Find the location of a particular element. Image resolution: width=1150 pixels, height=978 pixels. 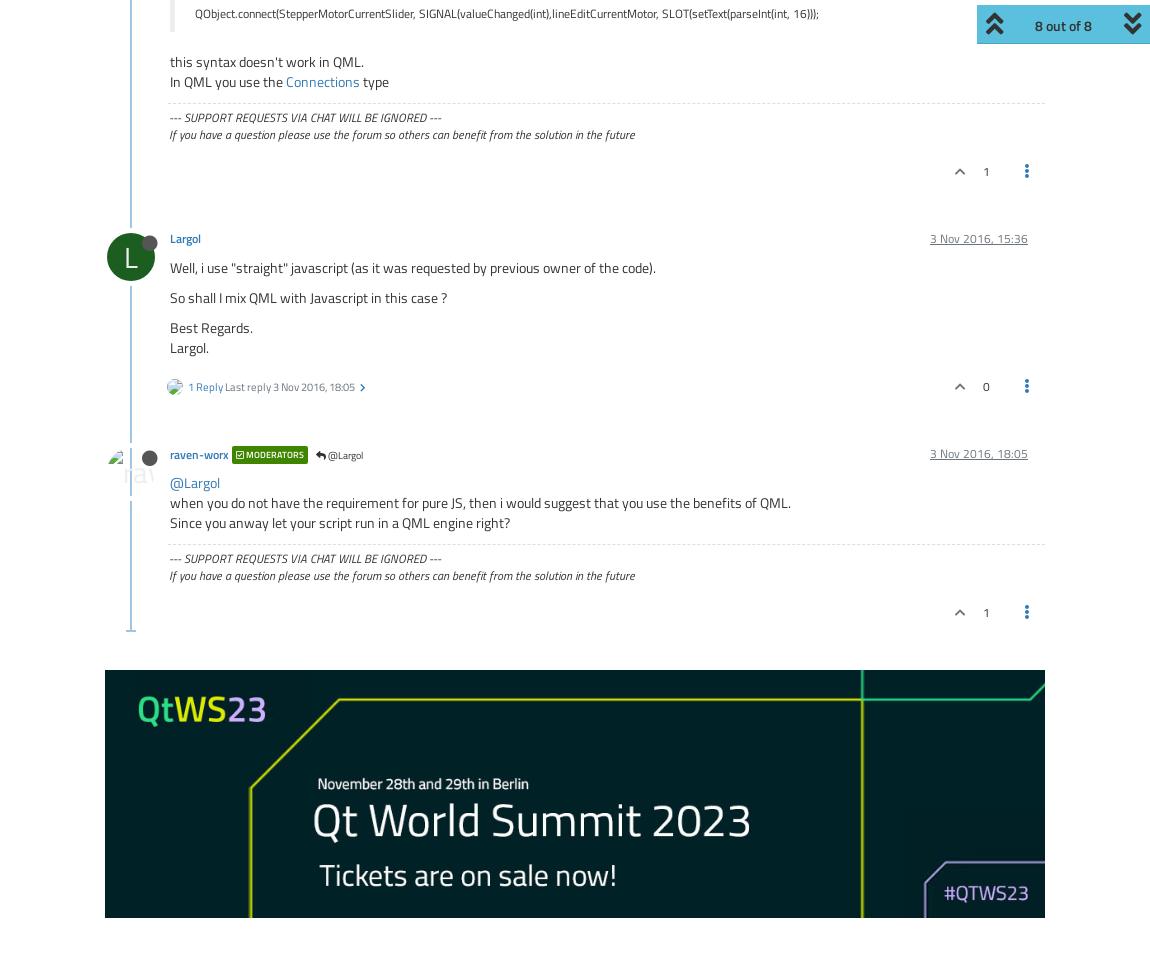

'3 Nov 2016, 15:36' is located at coordinates (978, 238).